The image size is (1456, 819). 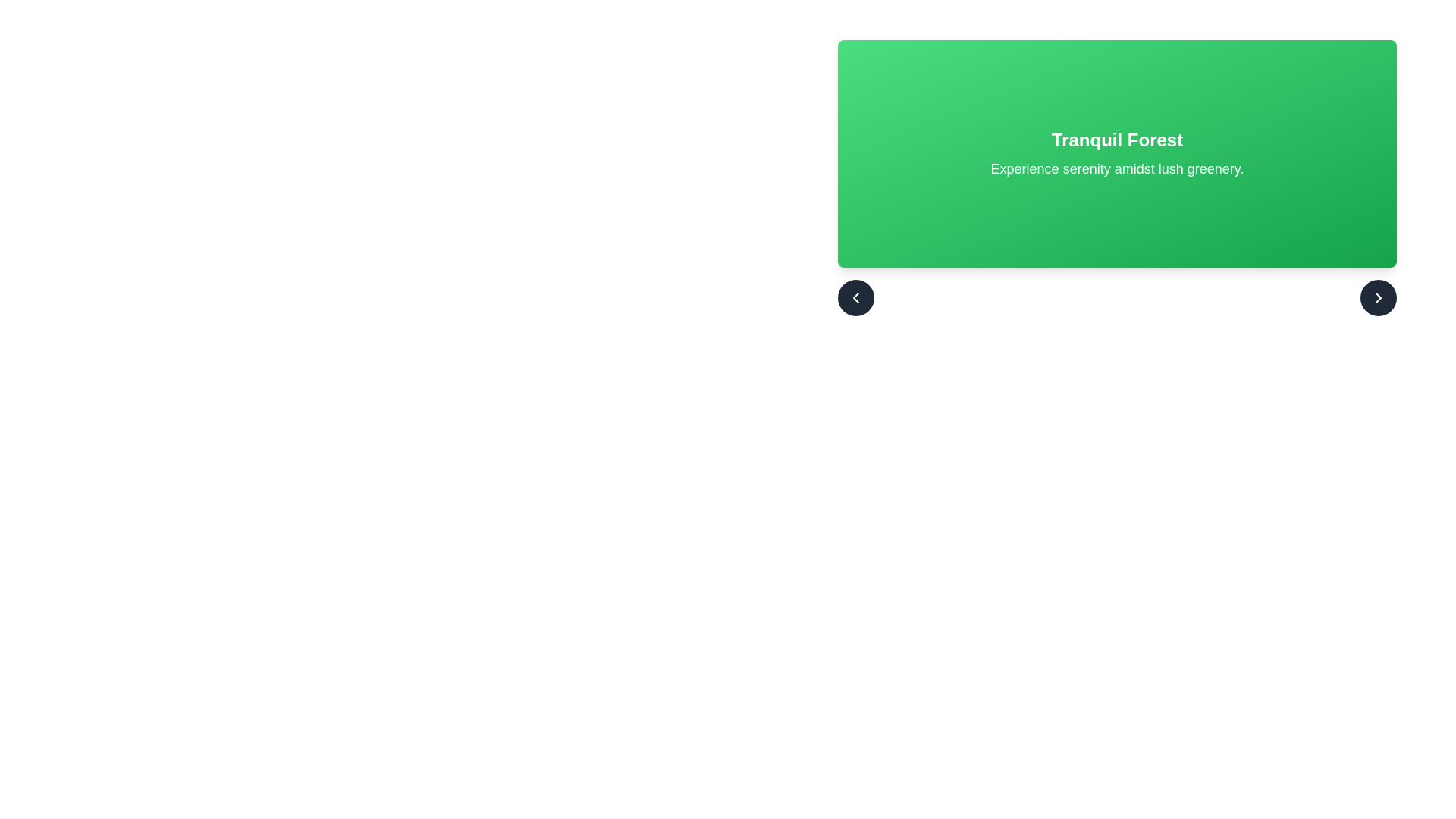 What do you see at coordinates (1117, 167) in the screenshot?
I see `the informational panel titled 'Tranquil Forest' which features a green gradient background and white, centered text including a subtitle 'Experience serenity amidst lush greenery.'` at bounding box center [1117, 167].